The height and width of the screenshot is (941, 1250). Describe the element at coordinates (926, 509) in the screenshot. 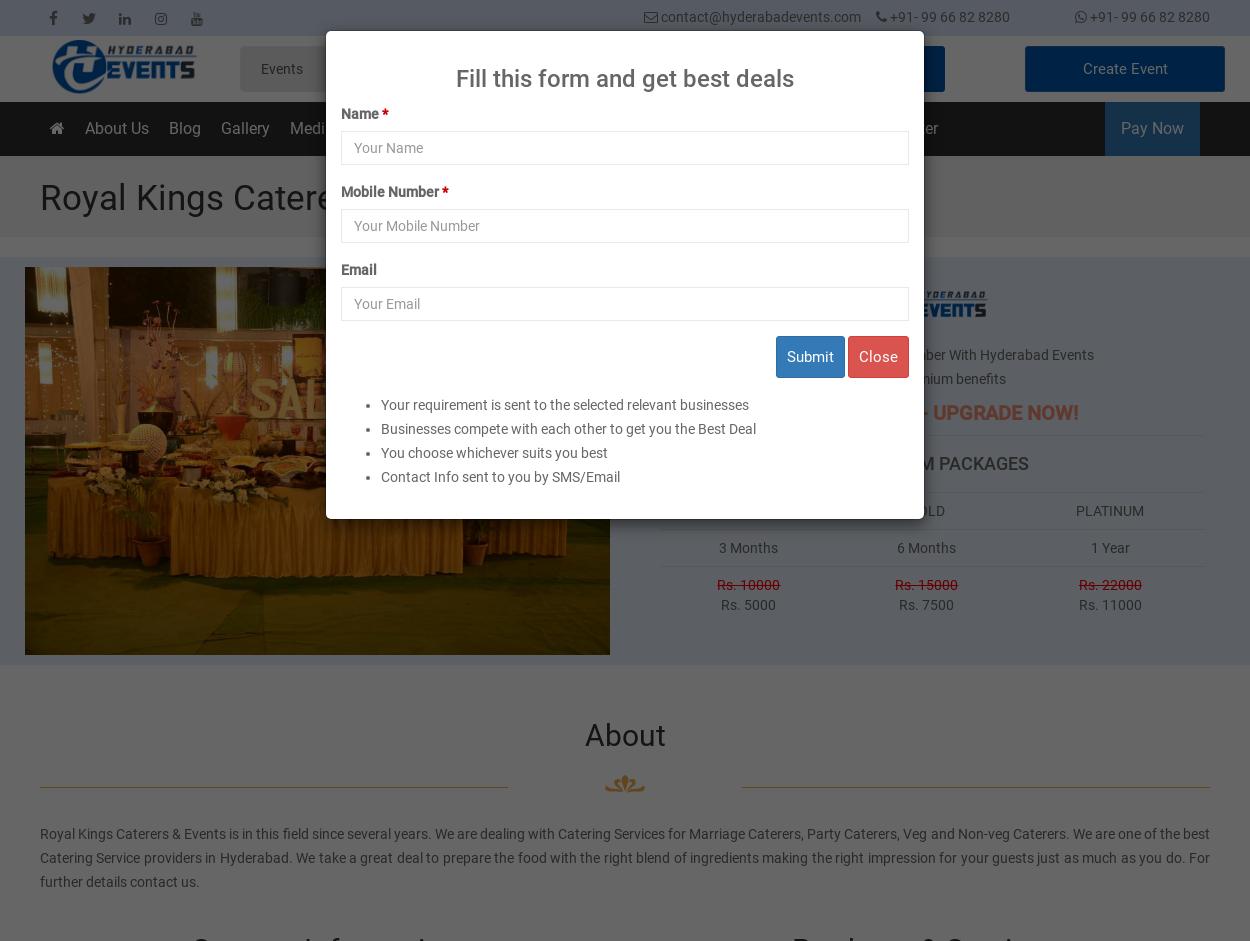

I see `'GOLD'` at that location.